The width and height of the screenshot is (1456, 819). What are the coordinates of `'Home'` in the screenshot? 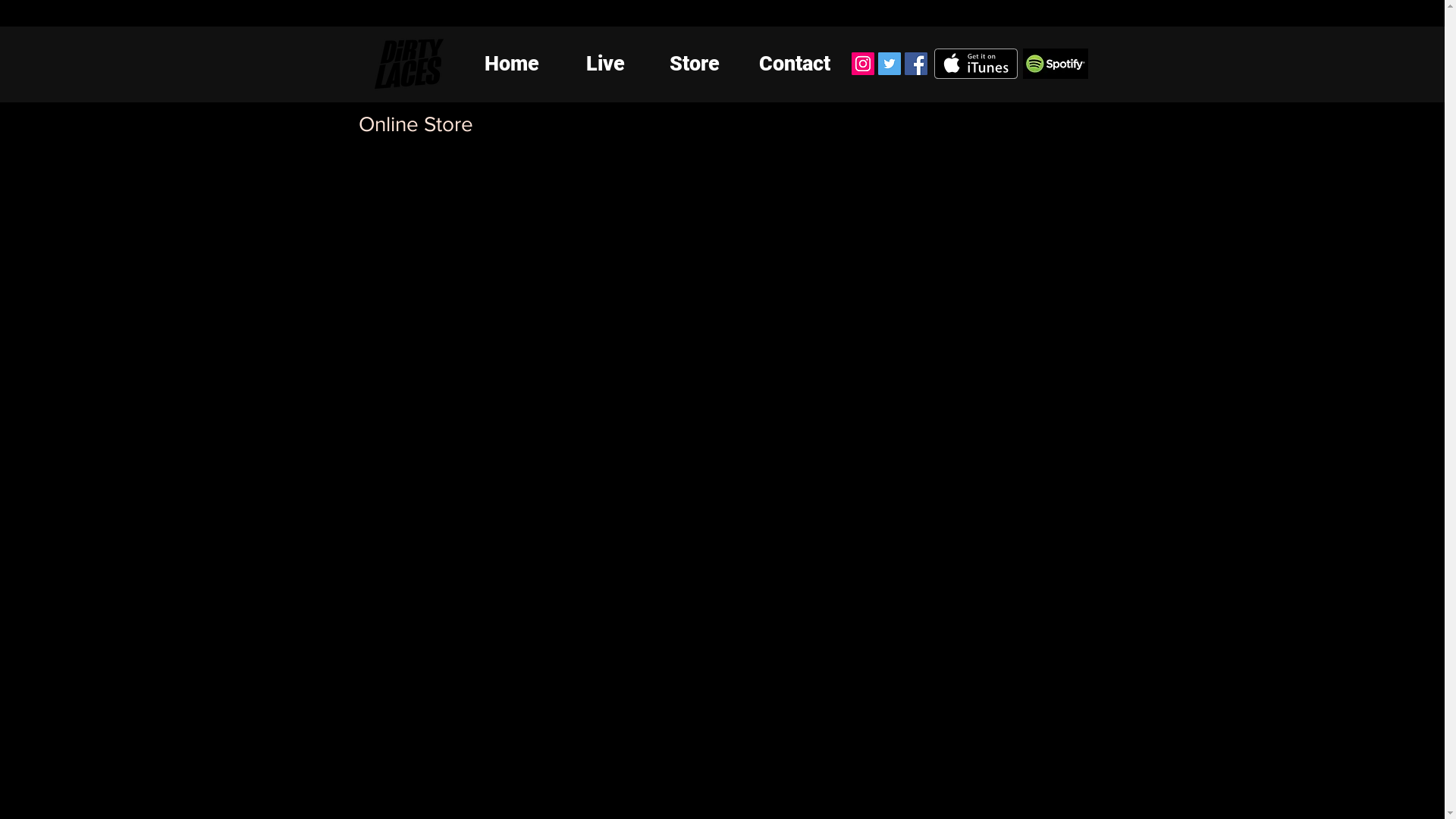 It's located at (511, 63).